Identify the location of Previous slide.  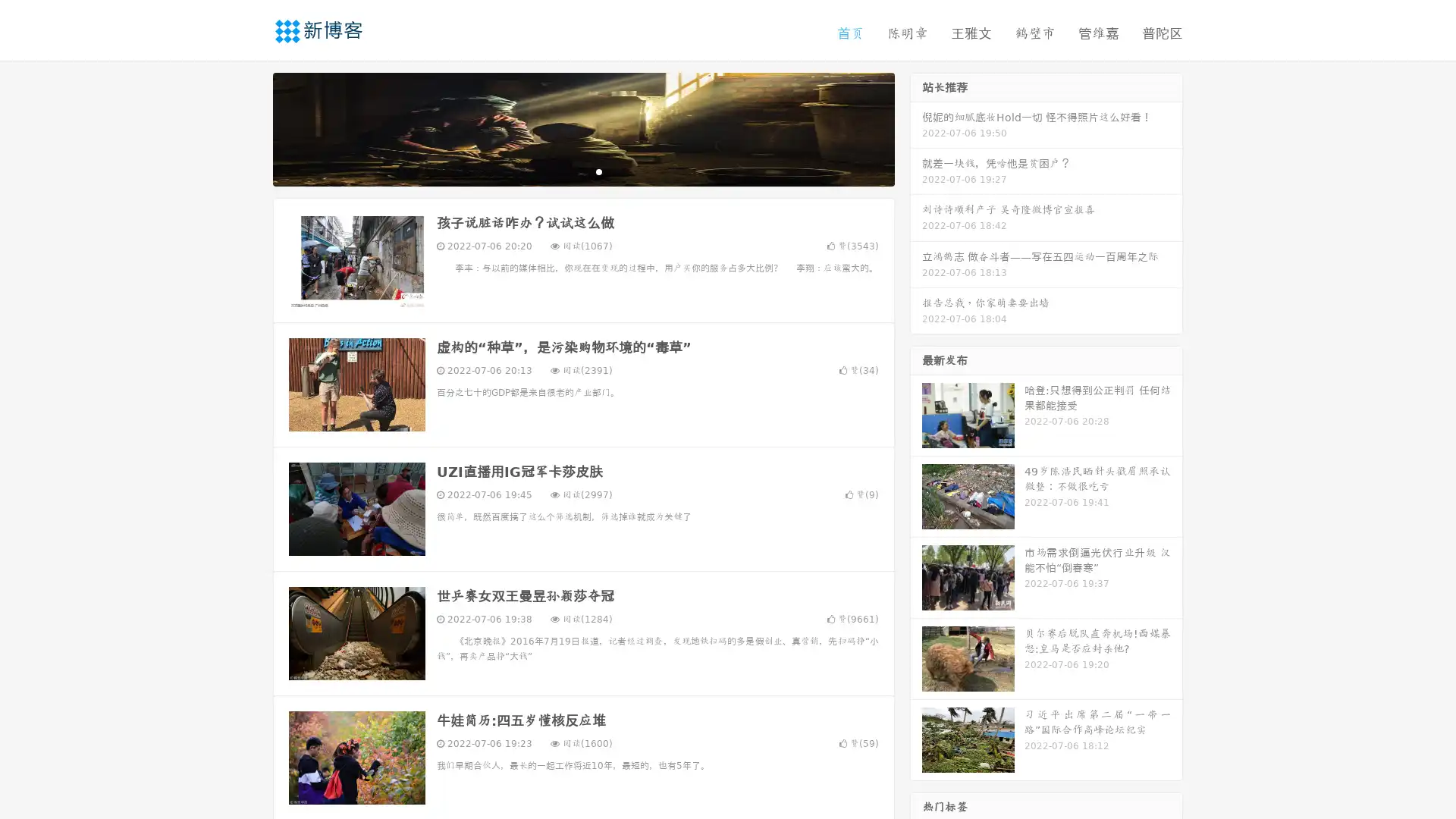
(250, 127).